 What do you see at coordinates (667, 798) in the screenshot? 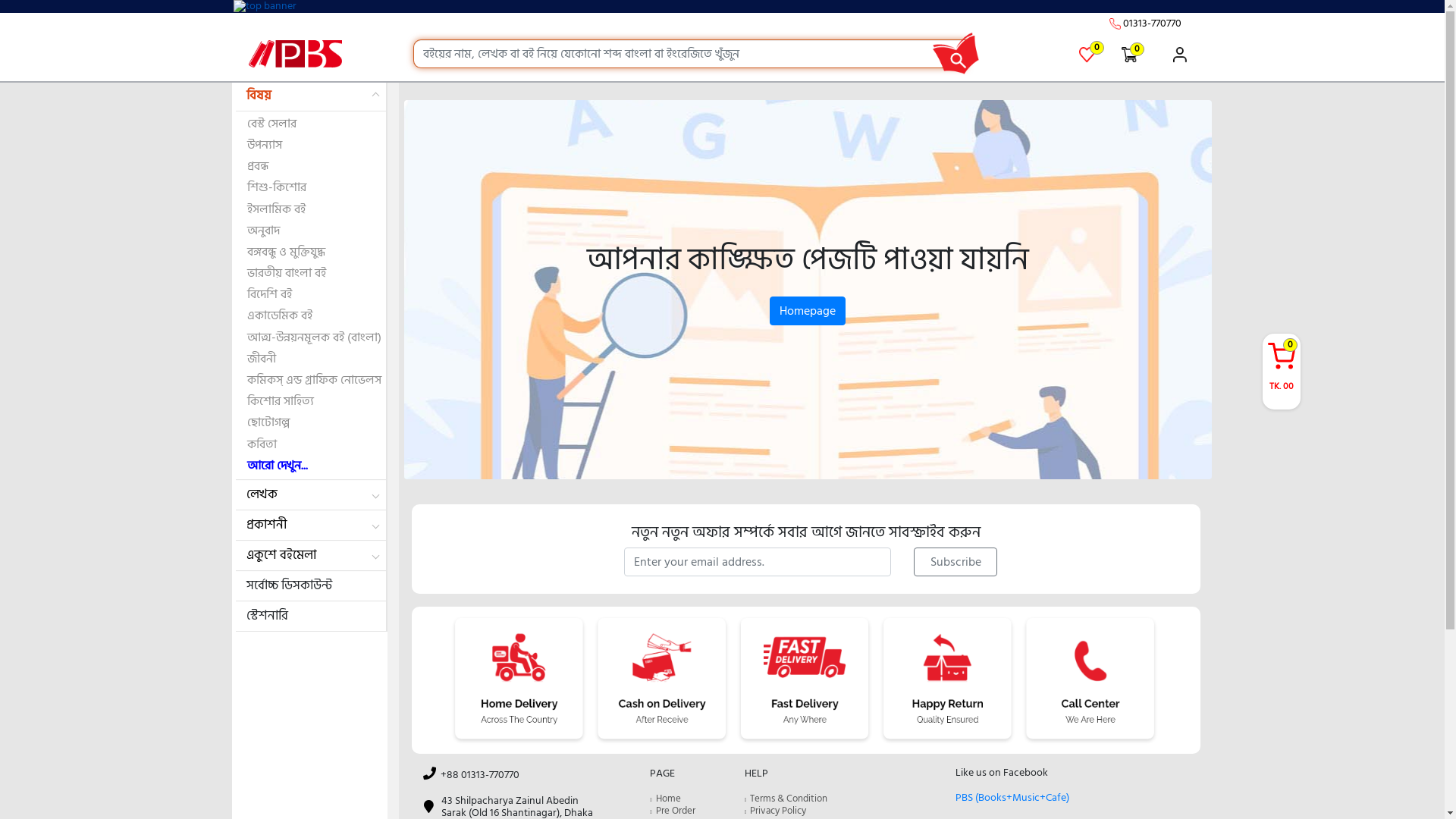
I see `'Home'` at bounding box center [667, 798].